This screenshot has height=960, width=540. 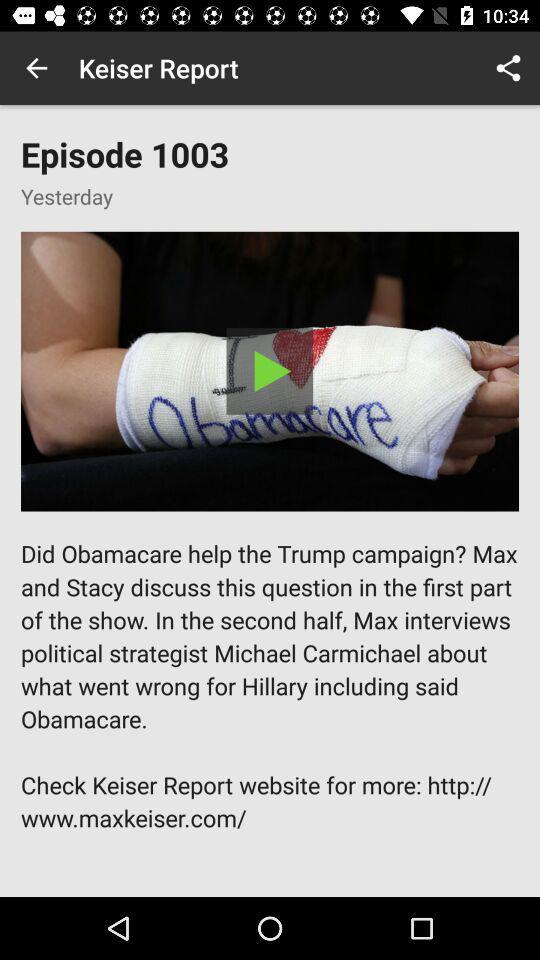 I want to click on the item next to the keiser report app, so click(x=36, y=68).